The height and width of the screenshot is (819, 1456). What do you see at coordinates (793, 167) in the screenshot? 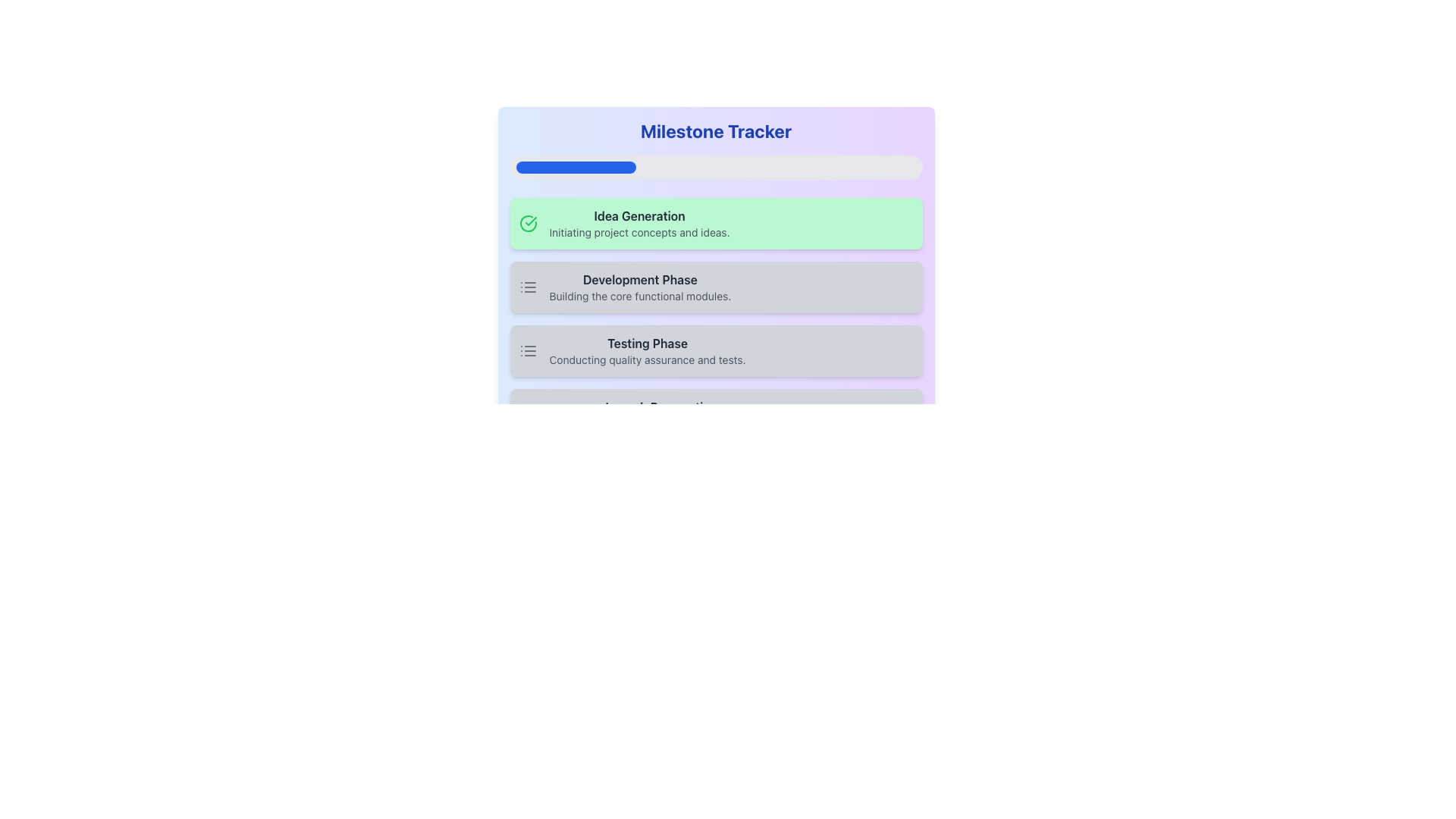
I see `the progress bar` at bounding box center [793, 167].